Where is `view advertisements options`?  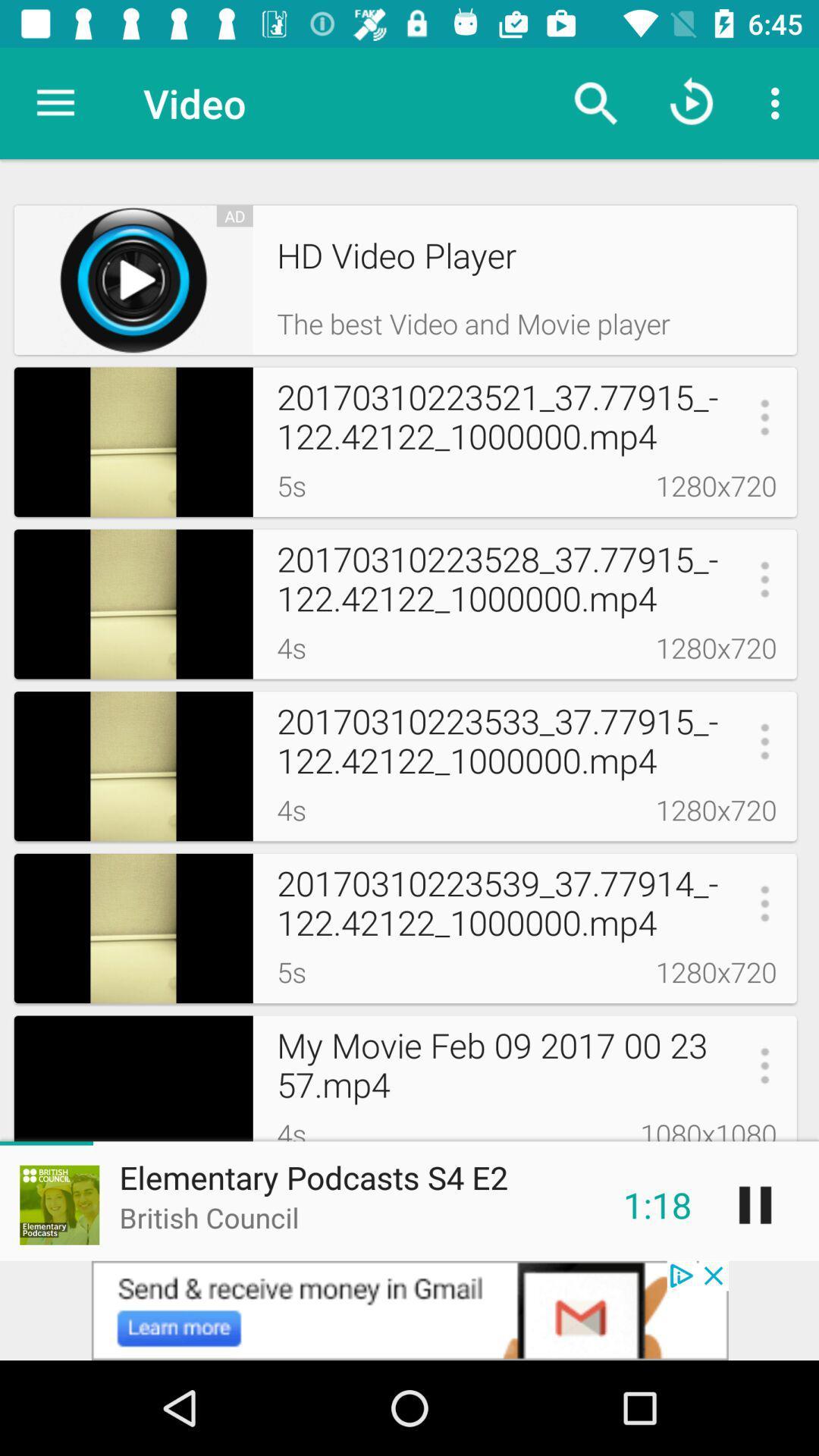 view advertisements options is located at coordinates (409, 1310).